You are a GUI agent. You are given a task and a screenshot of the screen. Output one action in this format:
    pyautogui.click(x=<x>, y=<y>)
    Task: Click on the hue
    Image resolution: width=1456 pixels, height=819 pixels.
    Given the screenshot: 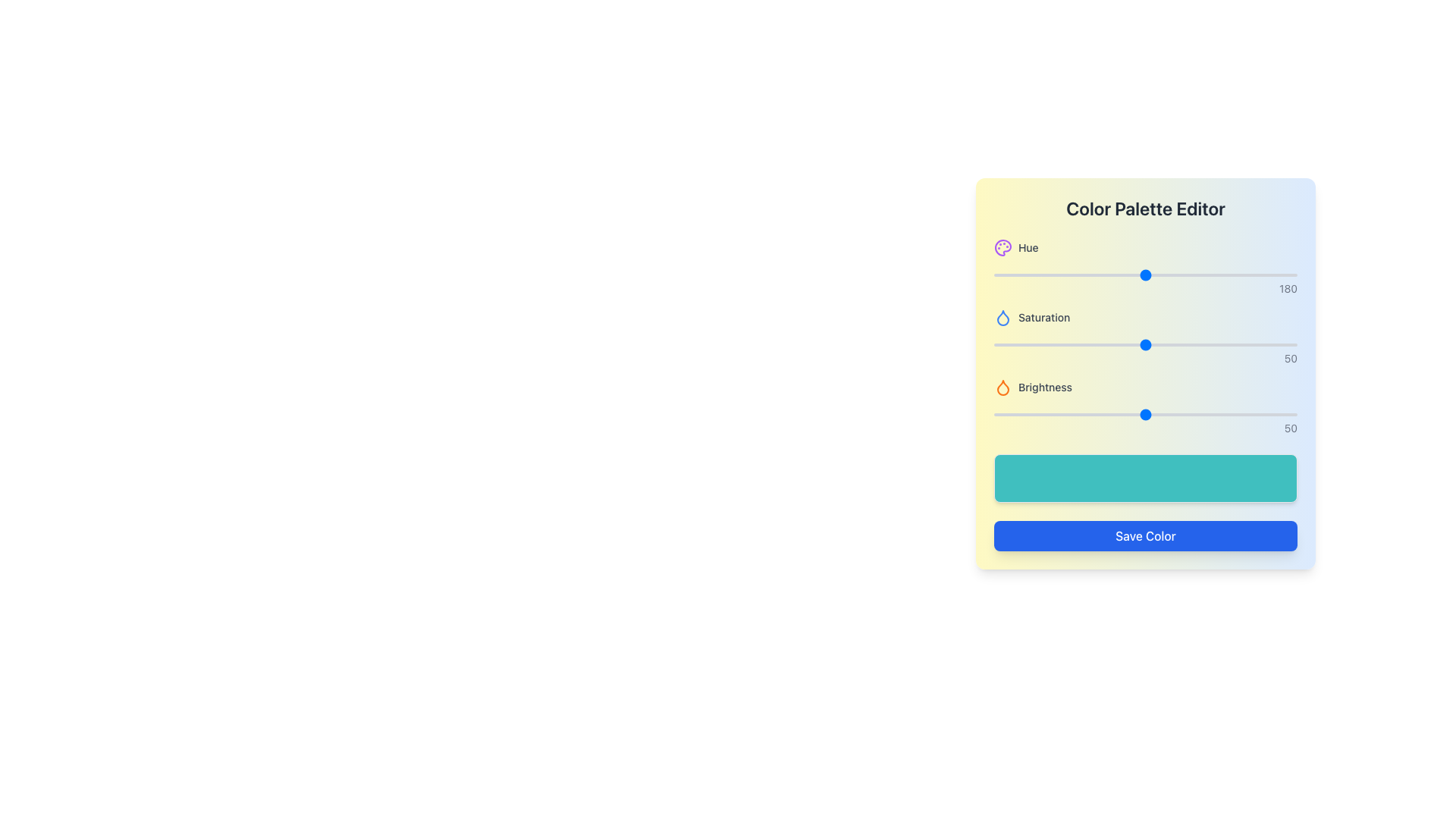 What is the action you would take?
    pyautogui.click(x=1003, y=275)
    